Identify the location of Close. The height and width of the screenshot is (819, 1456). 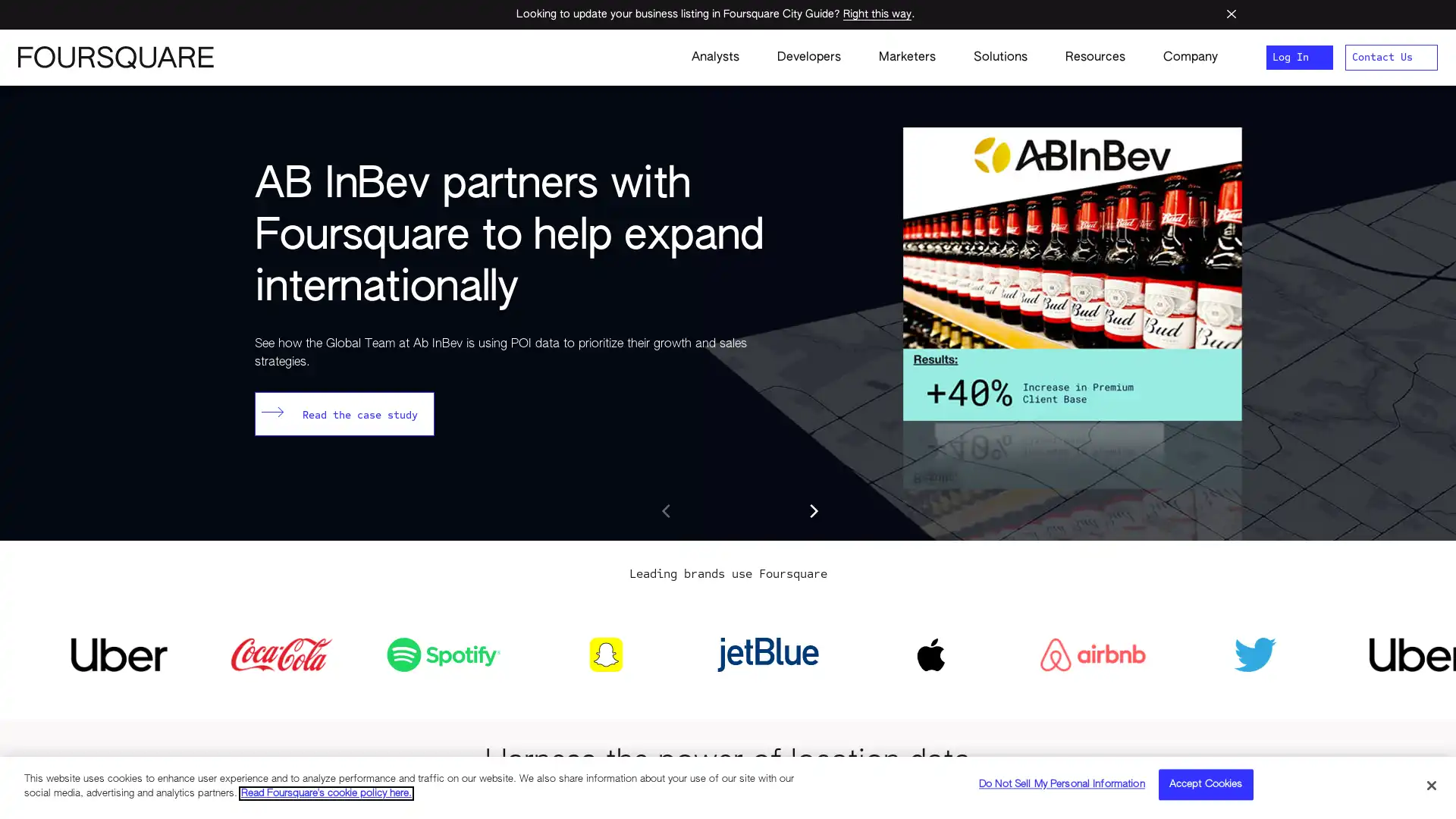
(1430, 784).